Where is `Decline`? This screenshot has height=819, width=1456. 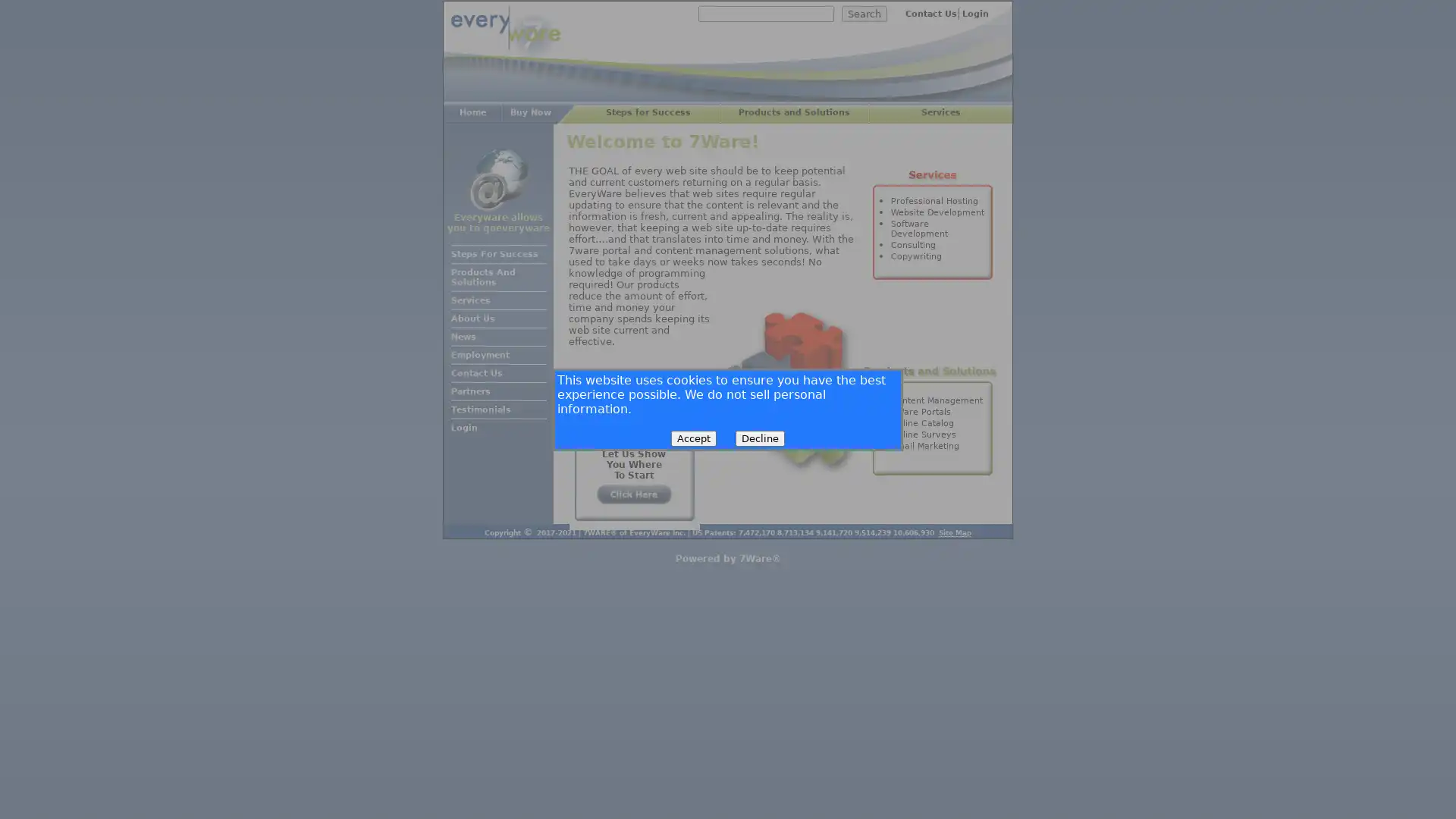 Decline is located at coordinates (760, 438).